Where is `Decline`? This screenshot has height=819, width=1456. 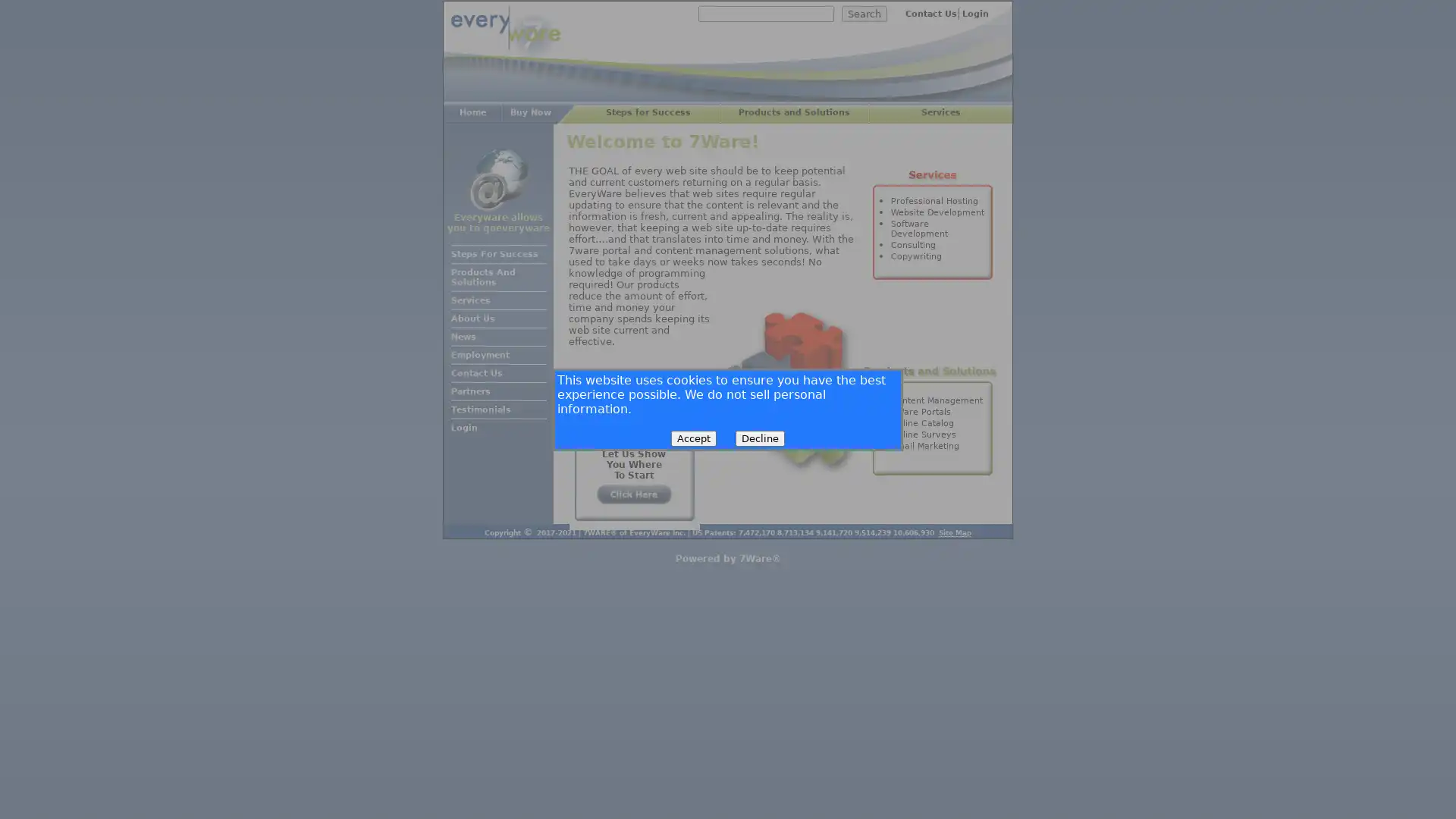 Decline is located at coordinates (760, 438).